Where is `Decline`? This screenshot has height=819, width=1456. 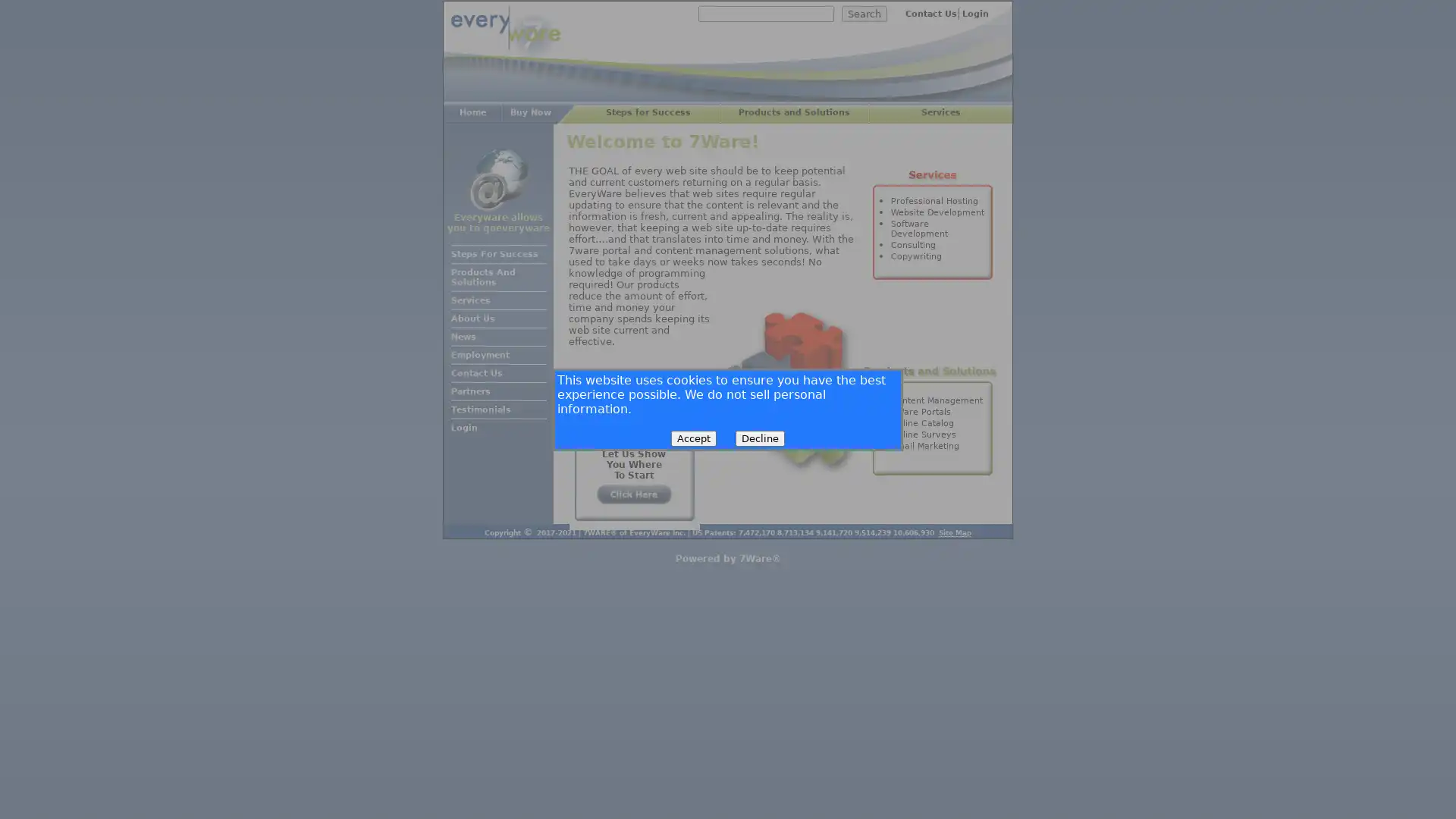 Decline is located at coordinates (760, 438).